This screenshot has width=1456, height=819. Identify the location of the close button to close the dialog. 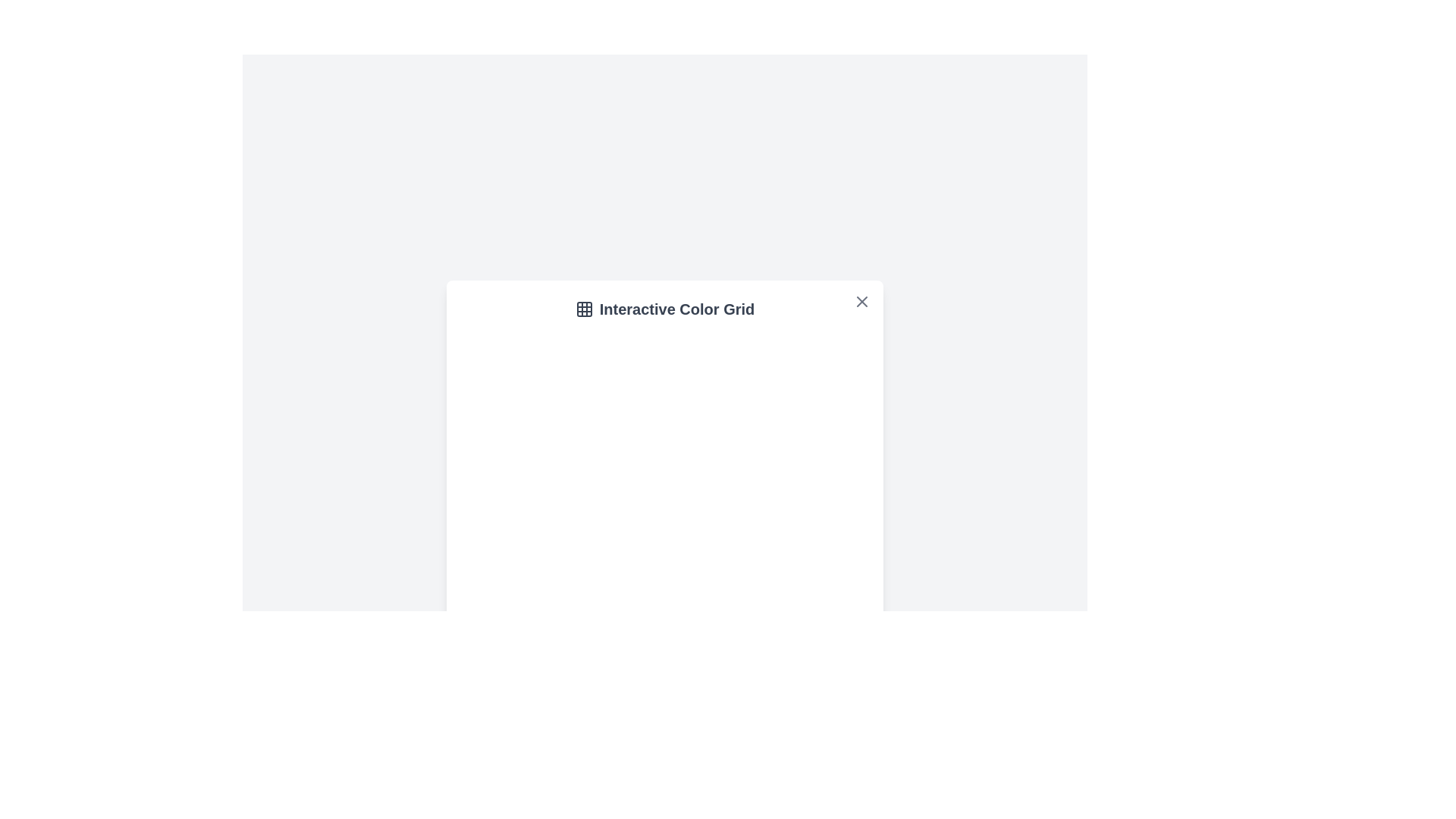
(862, 301).